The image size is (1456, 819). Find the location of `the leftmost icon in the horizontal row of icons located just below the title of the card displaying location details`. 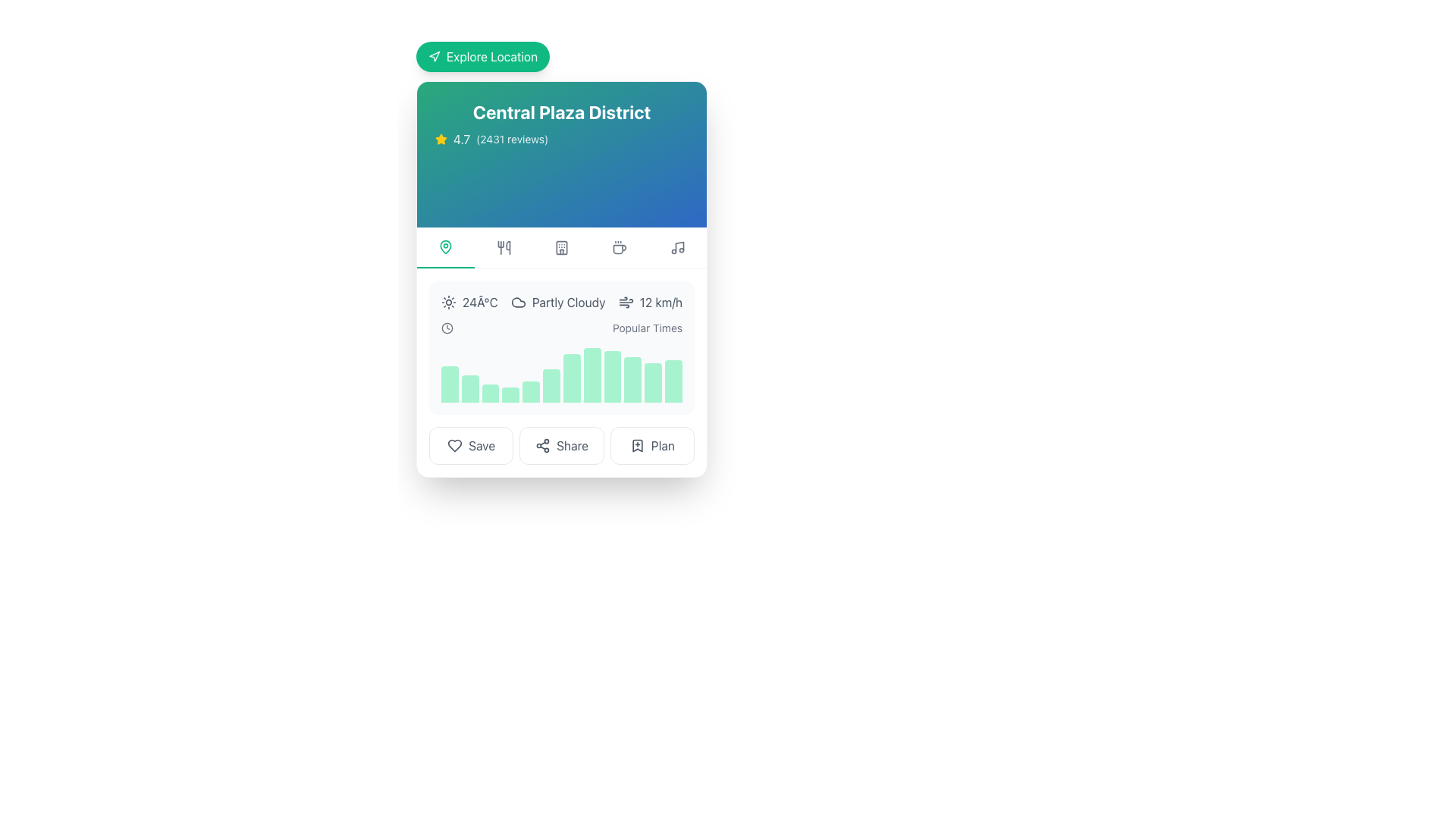

the leftmost icon in the horizontal row of icons located just below the title of the card displaying location details is located at coordinates (445, 245).